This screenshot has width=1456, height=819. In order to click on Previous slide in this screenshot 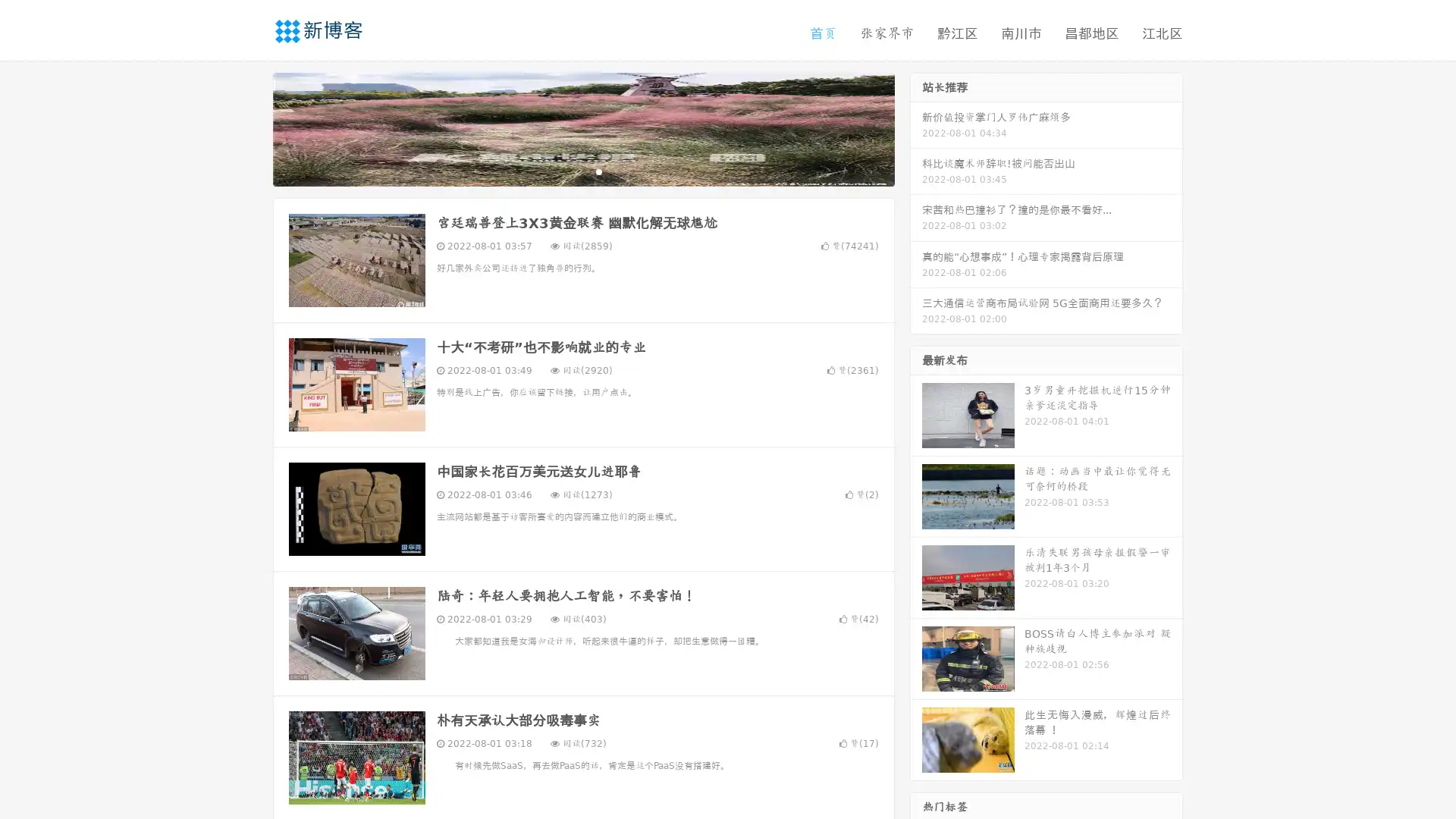, I will do `click(250, 127)`.